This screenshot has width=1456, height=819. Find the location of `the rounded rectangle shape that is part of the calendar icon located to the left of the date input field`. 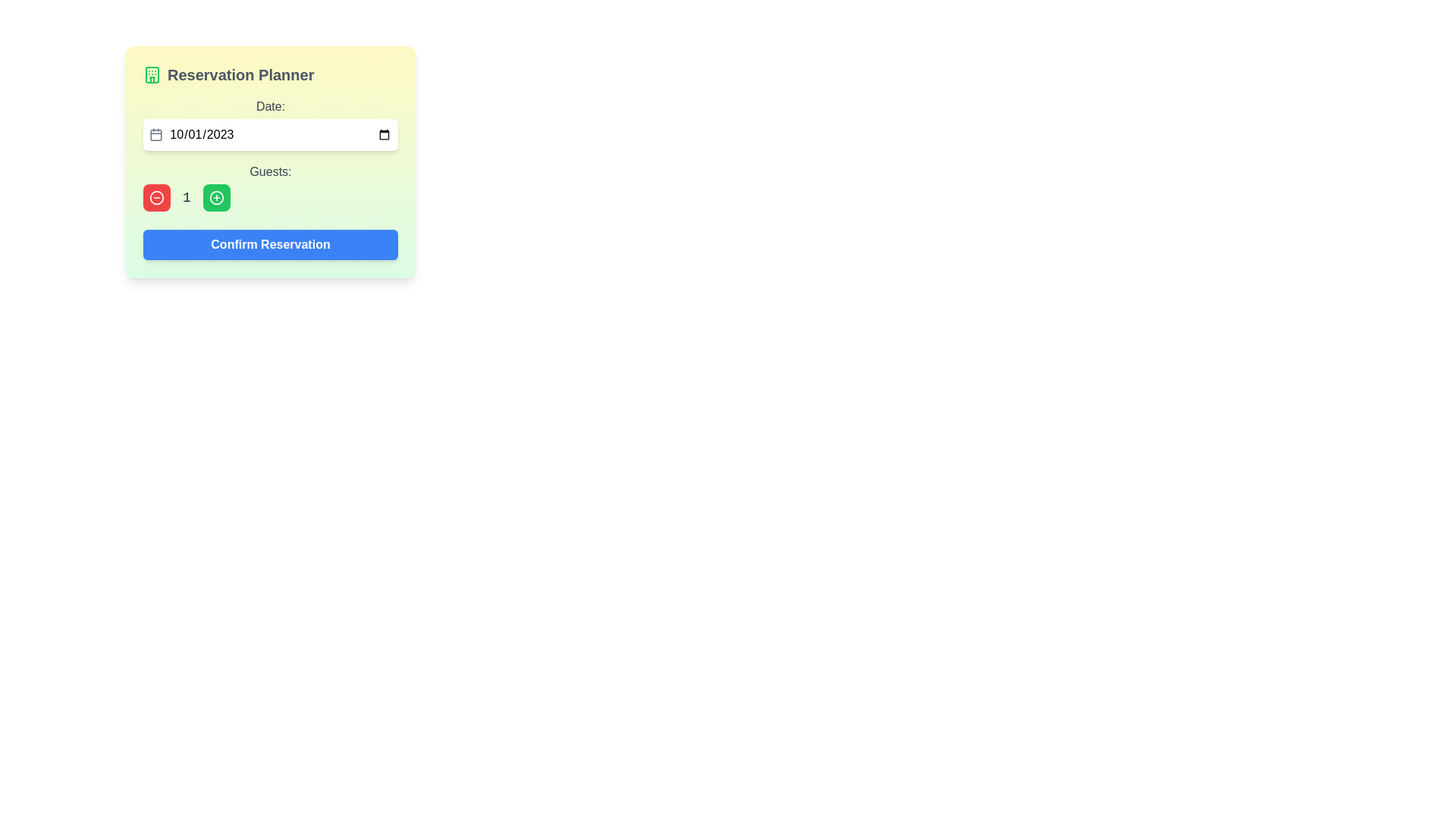

the rounded rectangle shape that is part of the calendar icon located to the left of the date input field is located at coordinates (156, 134).